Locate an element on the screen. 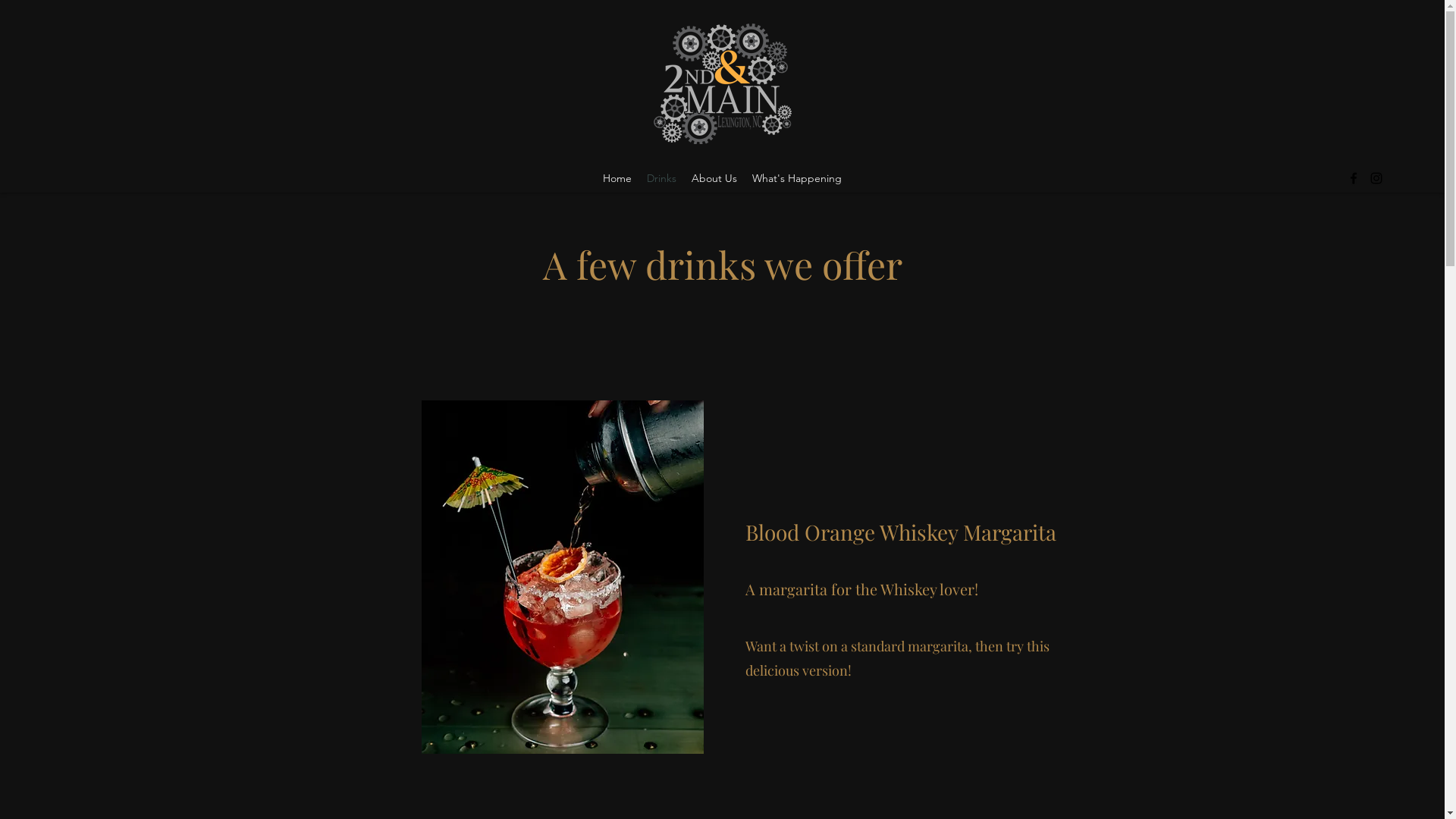 The height and width of the screenshot is (819, 1456). 'What's Happening' is located at coordinates (796, 177).